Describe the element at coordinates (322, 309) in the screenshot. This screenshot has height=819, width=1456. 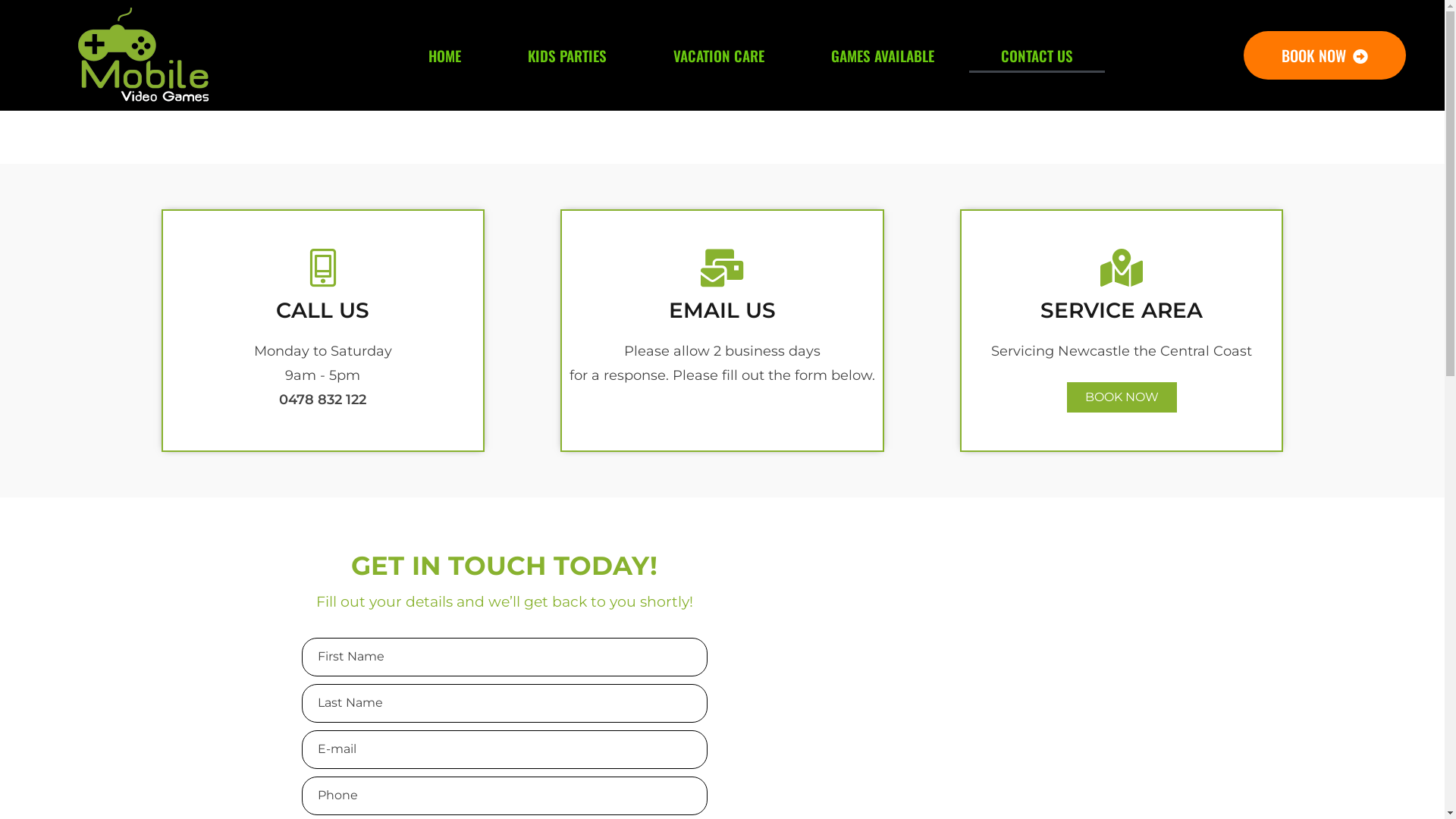
I see `'CALL US'` at that location.